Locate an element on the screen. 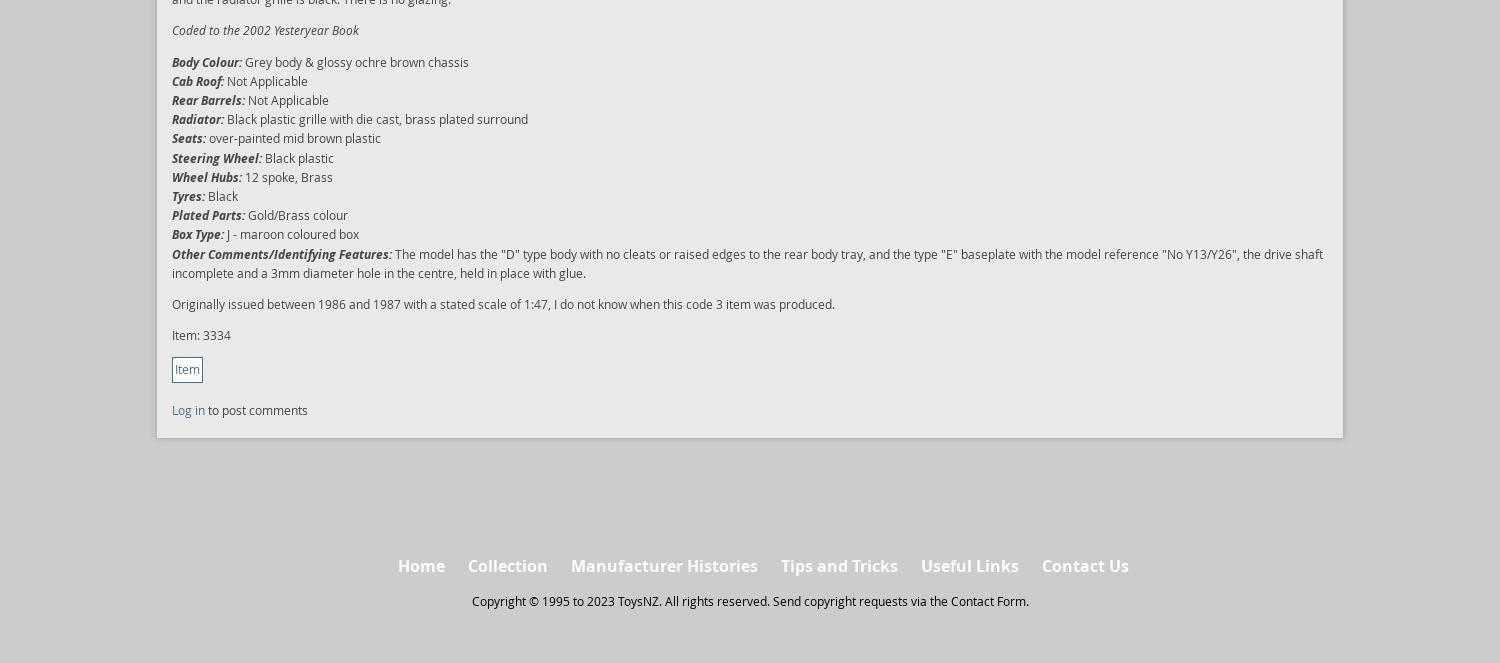 Image resolution: width=1500 pixels, height=663 pixels. 'Cab Roof:' is located at coordinates (197, 80).